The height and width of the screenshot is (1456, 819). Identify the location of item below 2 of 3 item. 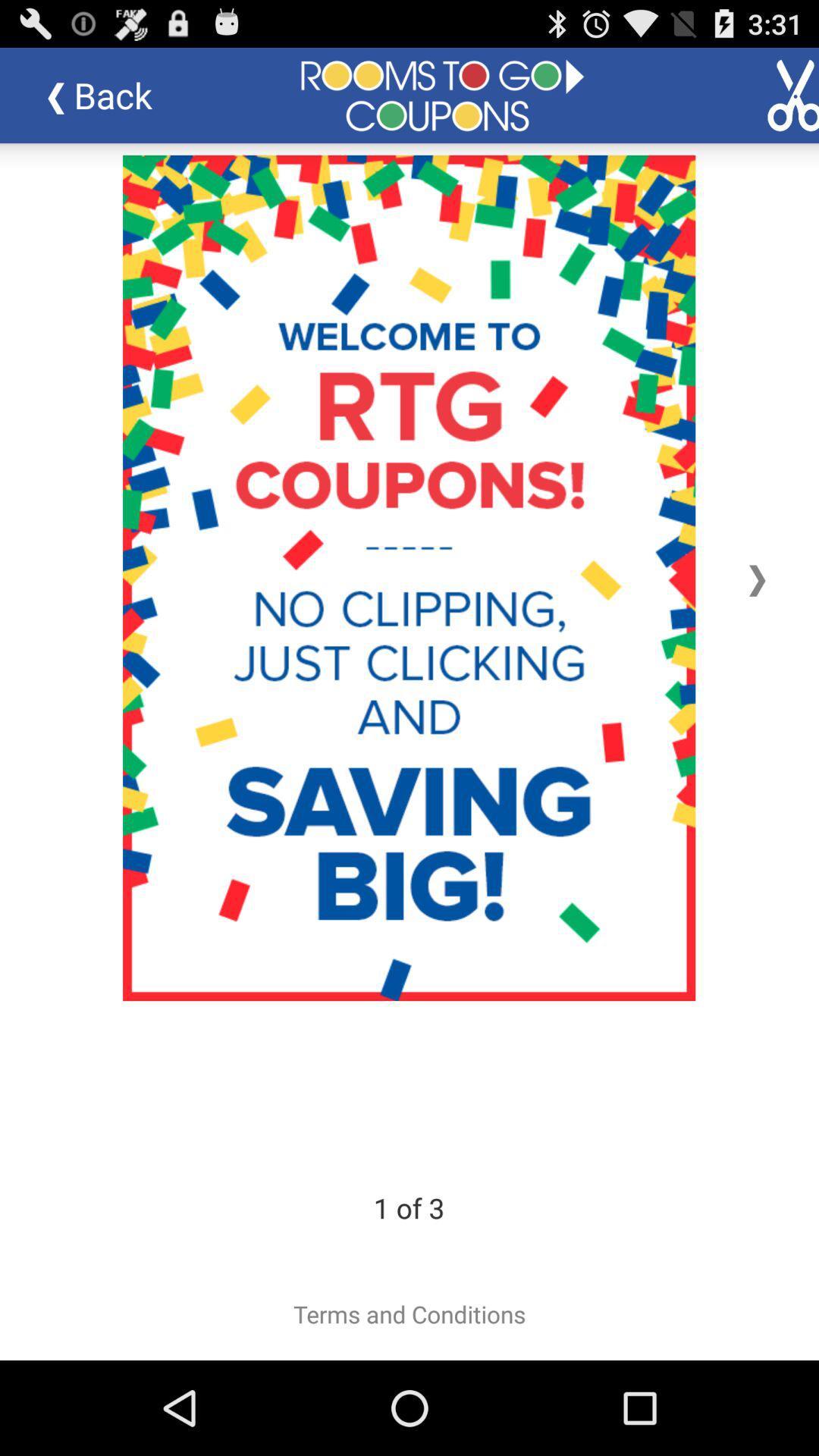
(409, 1313).